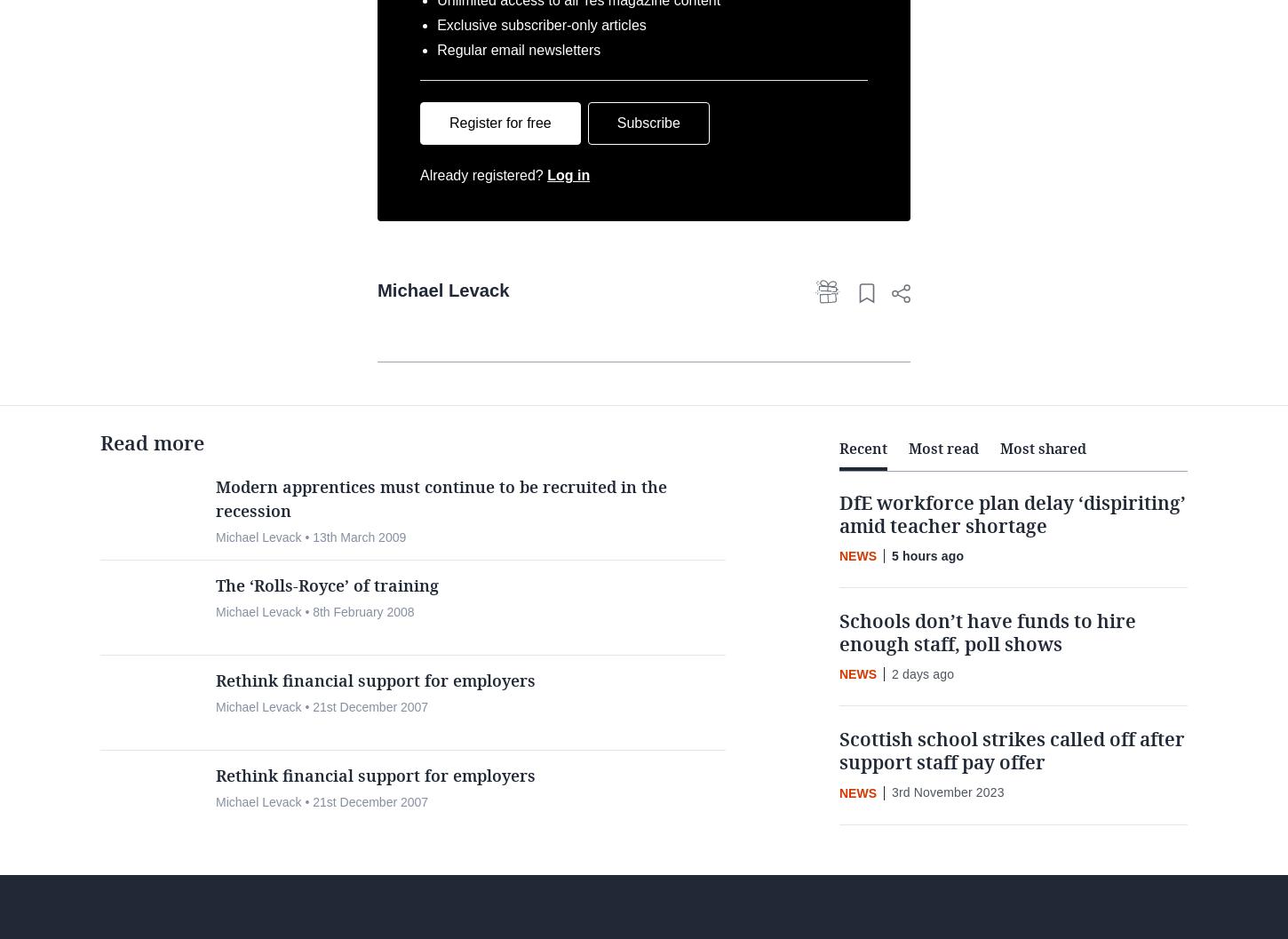  I want to click on 'Most read', so click(943, 510).